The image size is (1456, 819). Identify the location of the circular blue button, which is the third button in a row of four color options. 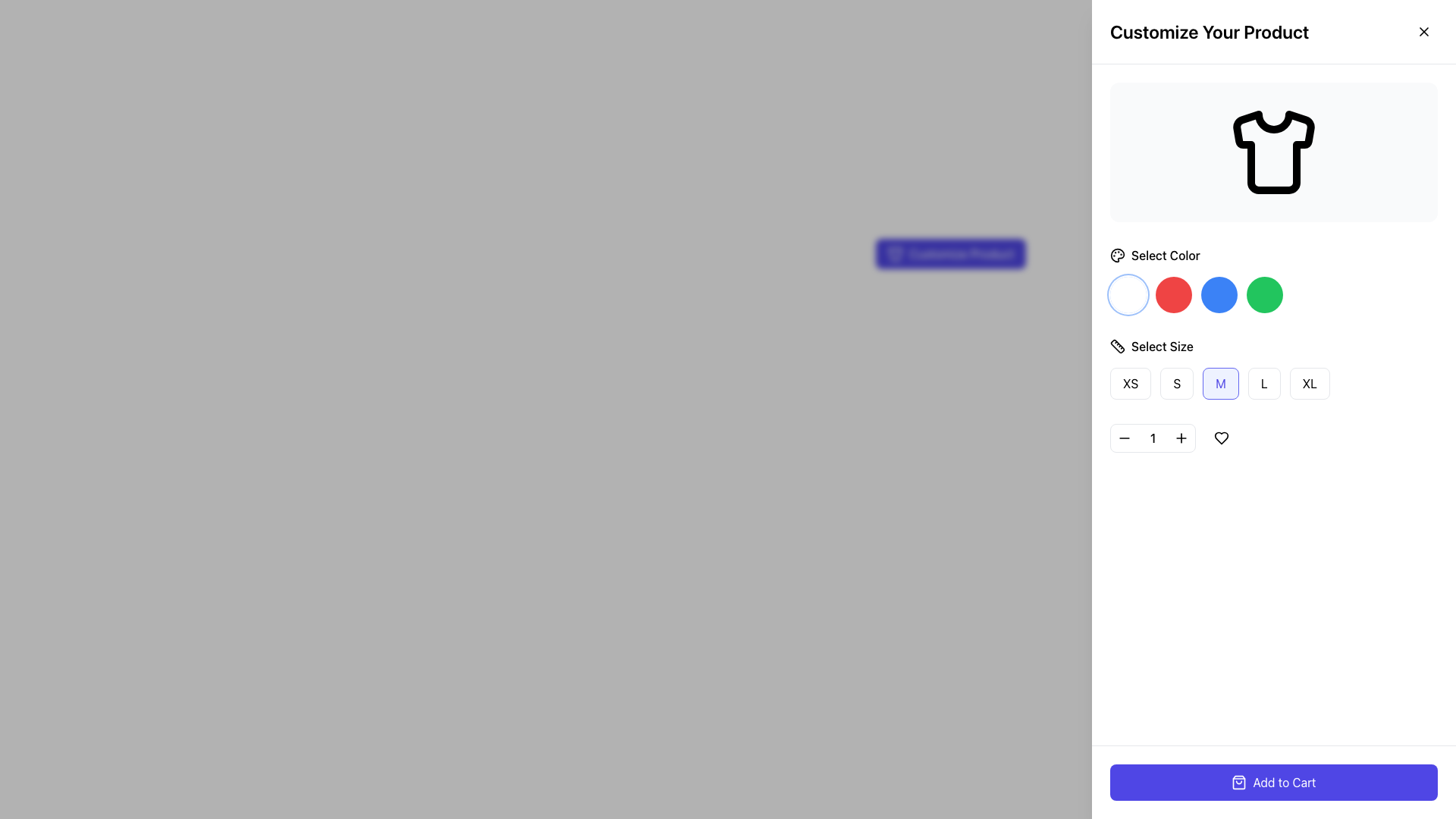
(1219, 295).